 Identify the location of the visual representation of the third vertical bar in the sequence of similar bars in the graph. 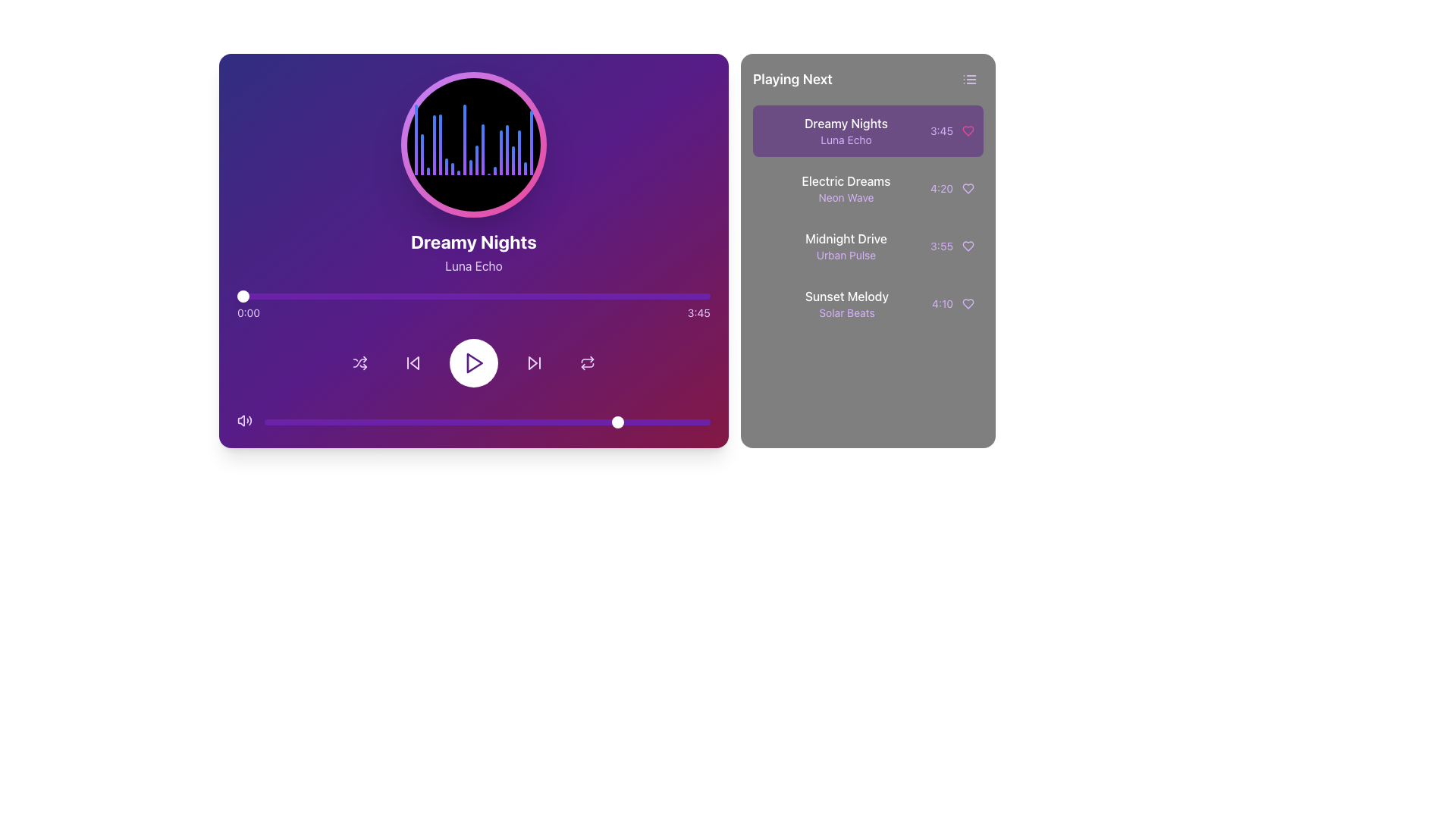
(427, 171).